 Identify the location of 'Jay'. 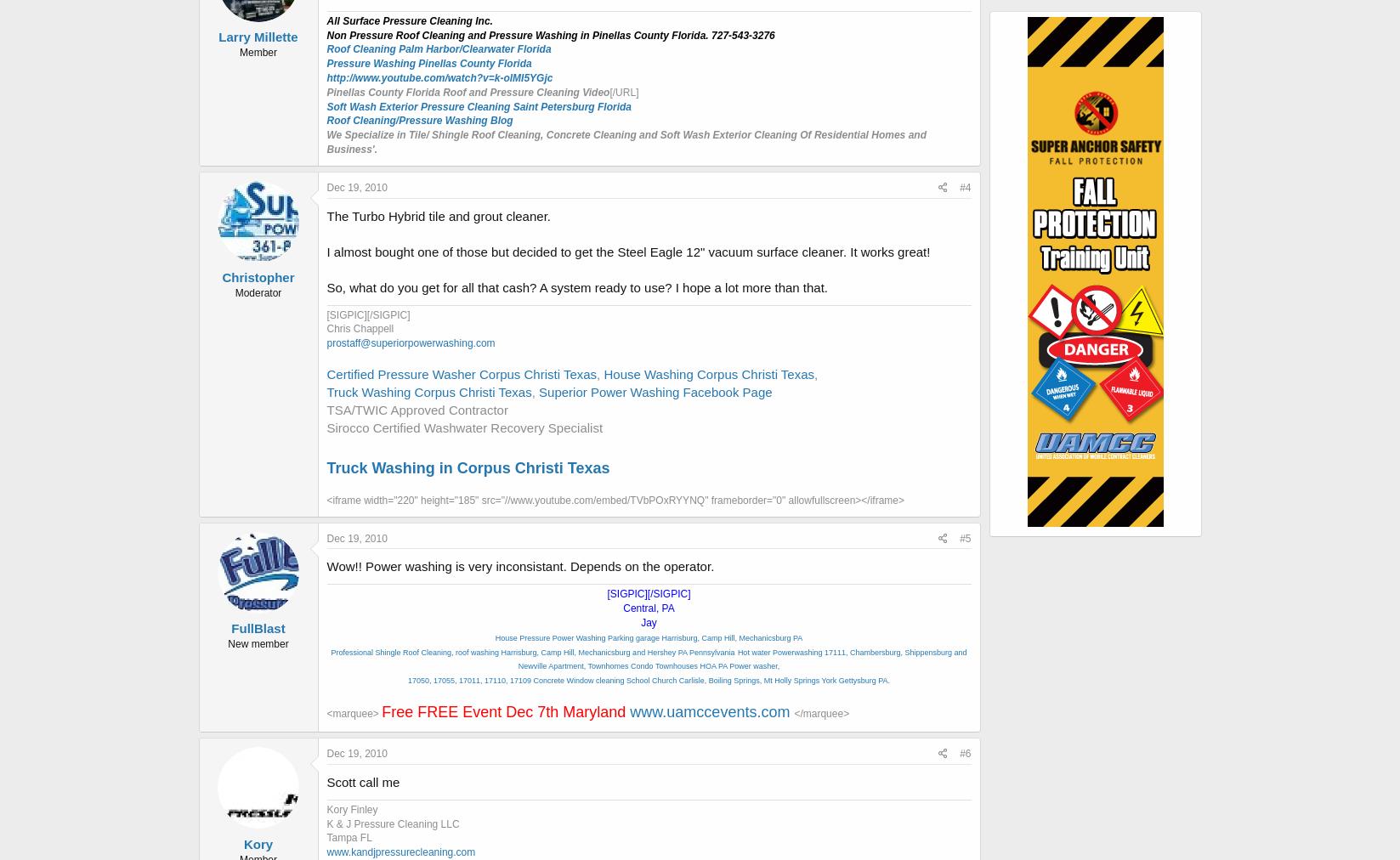
(640, 622).